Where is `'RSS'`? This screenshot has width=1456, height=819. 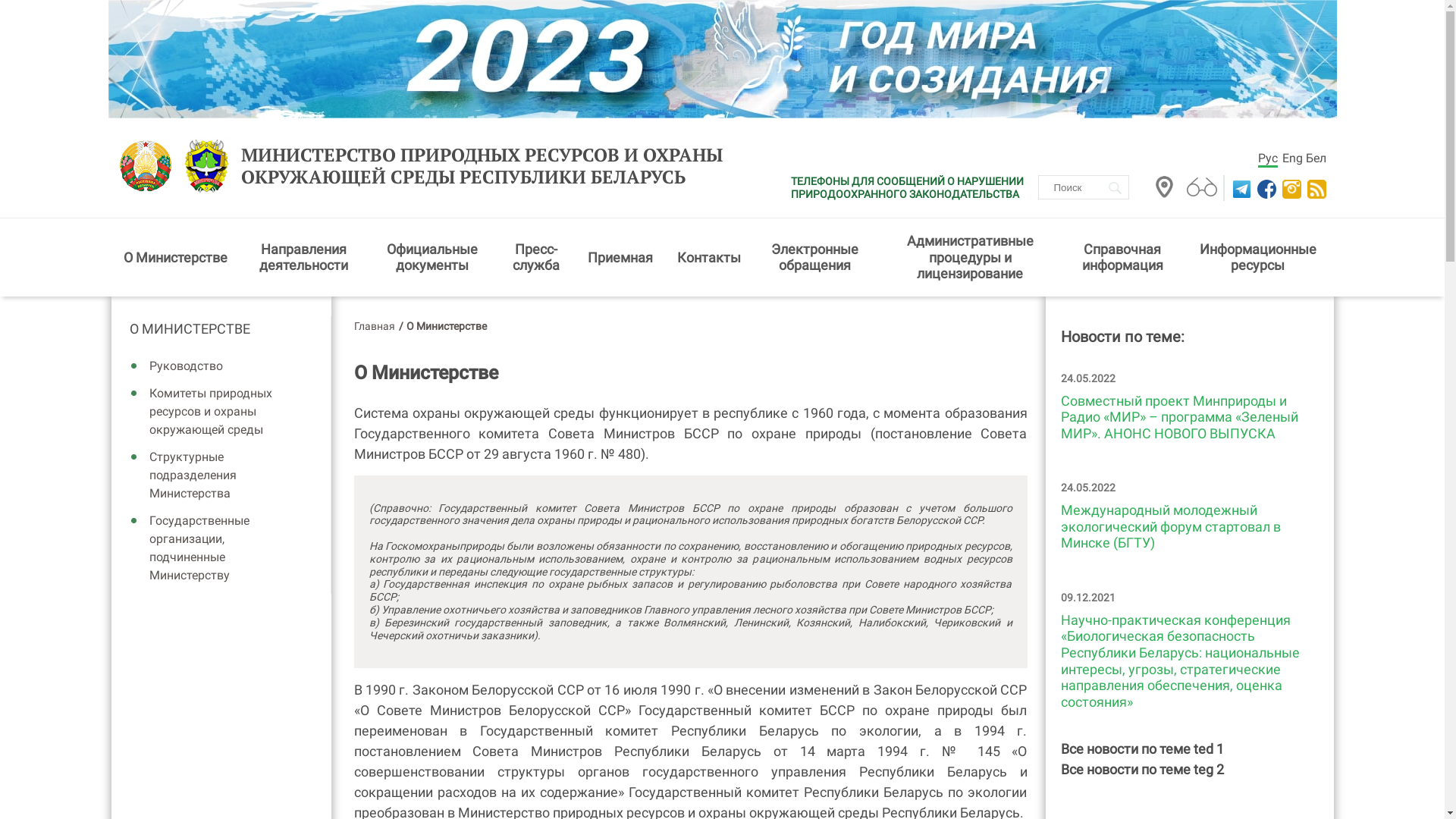 'RSS' is located at coordinates (1316, 188).